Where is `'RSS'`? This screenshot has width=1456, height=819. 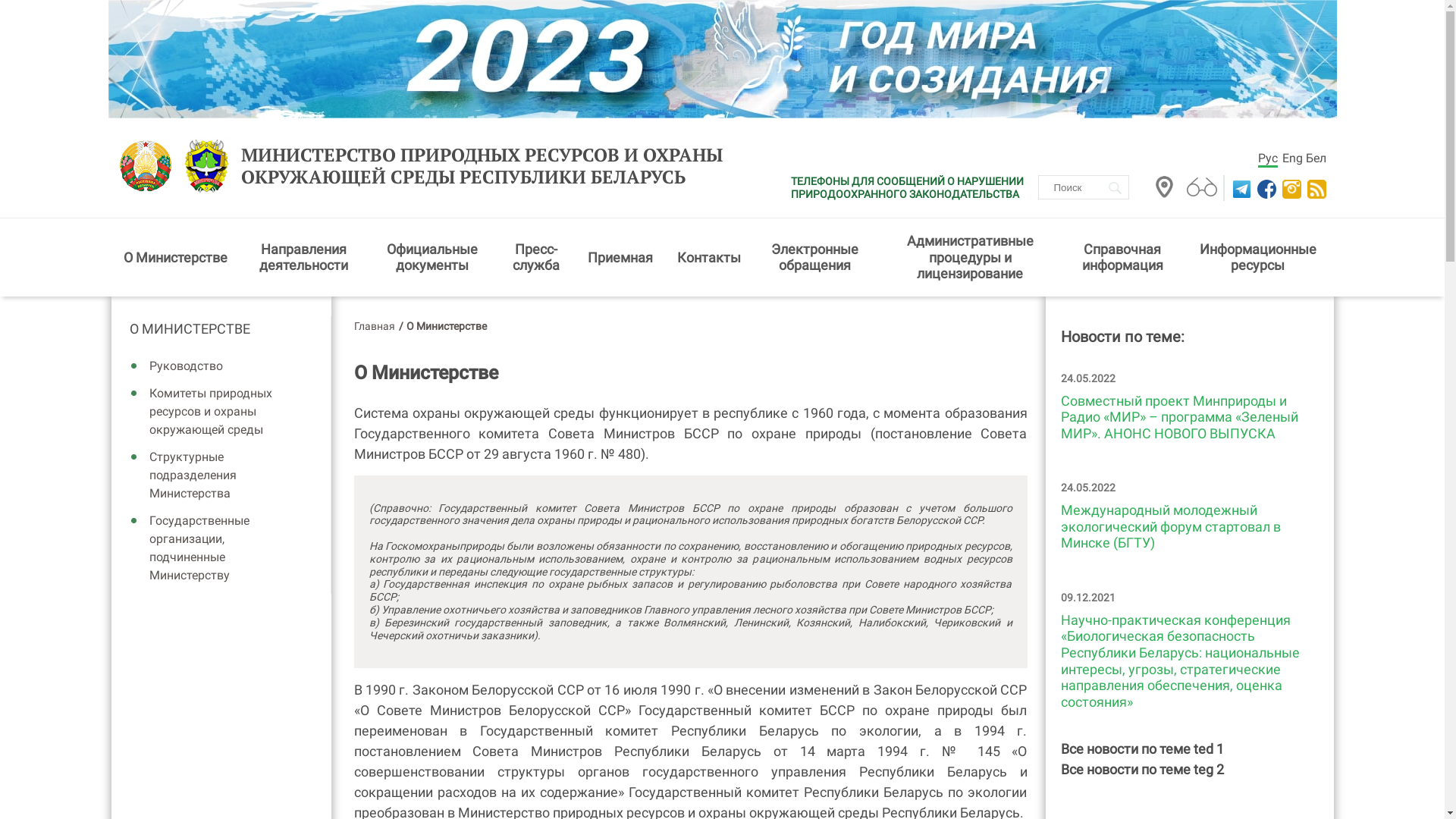 'RSS' is located at coordinates (1316, 188).